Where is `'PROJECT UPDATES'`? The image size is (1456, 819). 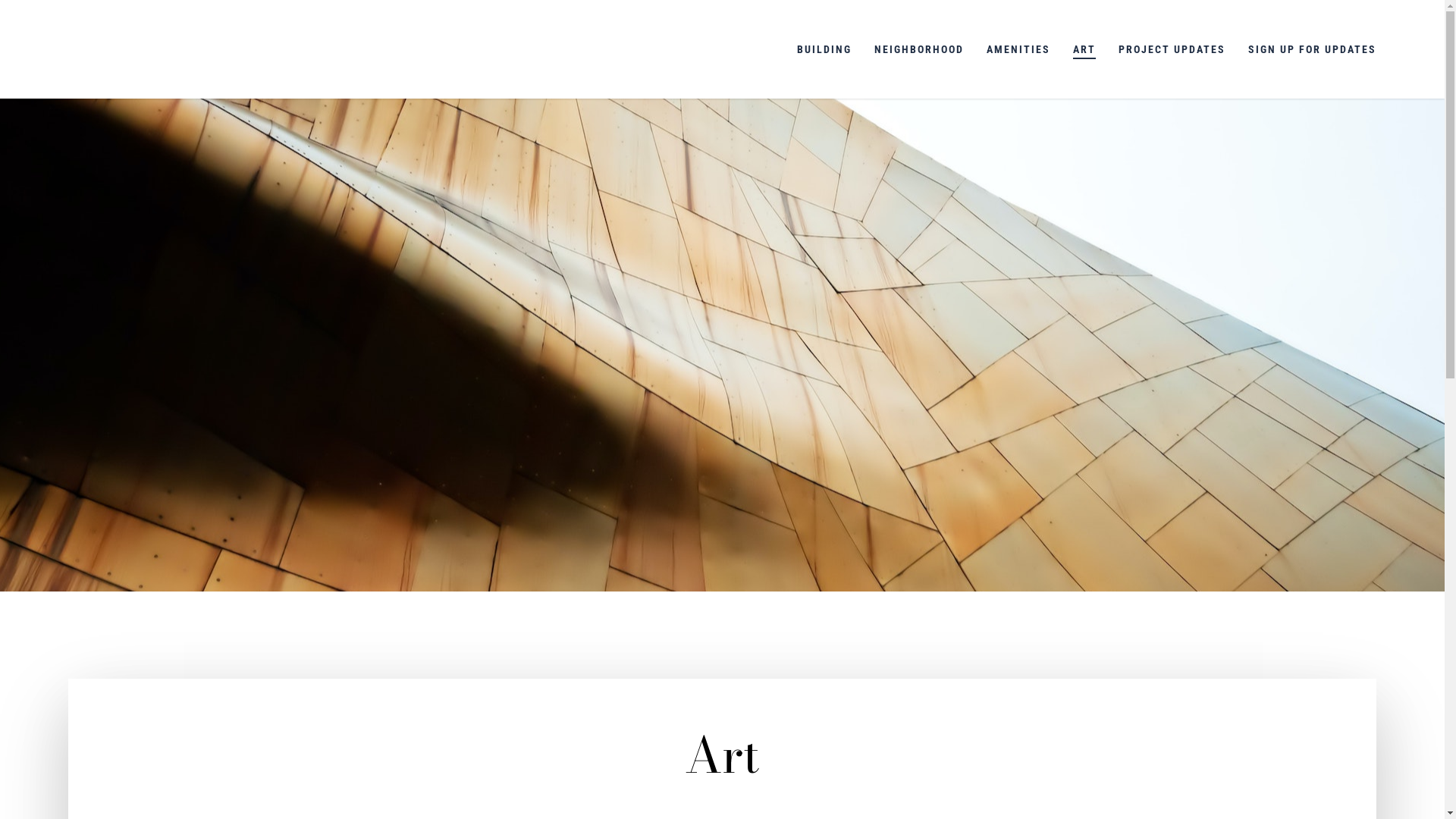 'PROJECT UPDATES' is located at coordinates (1171, 49).